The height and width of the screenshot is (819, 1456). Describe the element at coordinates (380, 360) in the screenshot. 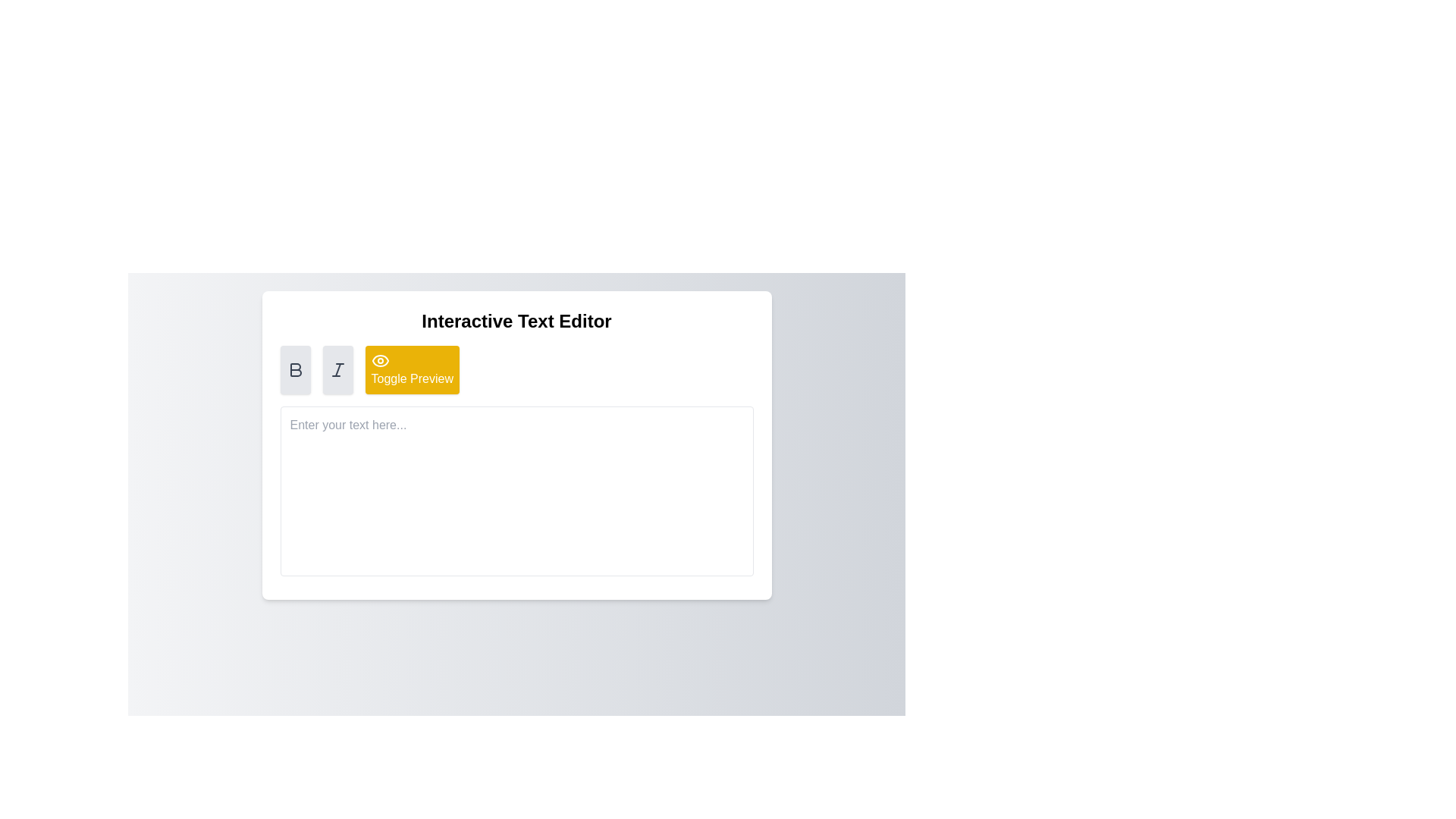

I see `the eye icon in the top toolbar of the text editor, located adjacent to the 'Toggle Preview' button` at that location.